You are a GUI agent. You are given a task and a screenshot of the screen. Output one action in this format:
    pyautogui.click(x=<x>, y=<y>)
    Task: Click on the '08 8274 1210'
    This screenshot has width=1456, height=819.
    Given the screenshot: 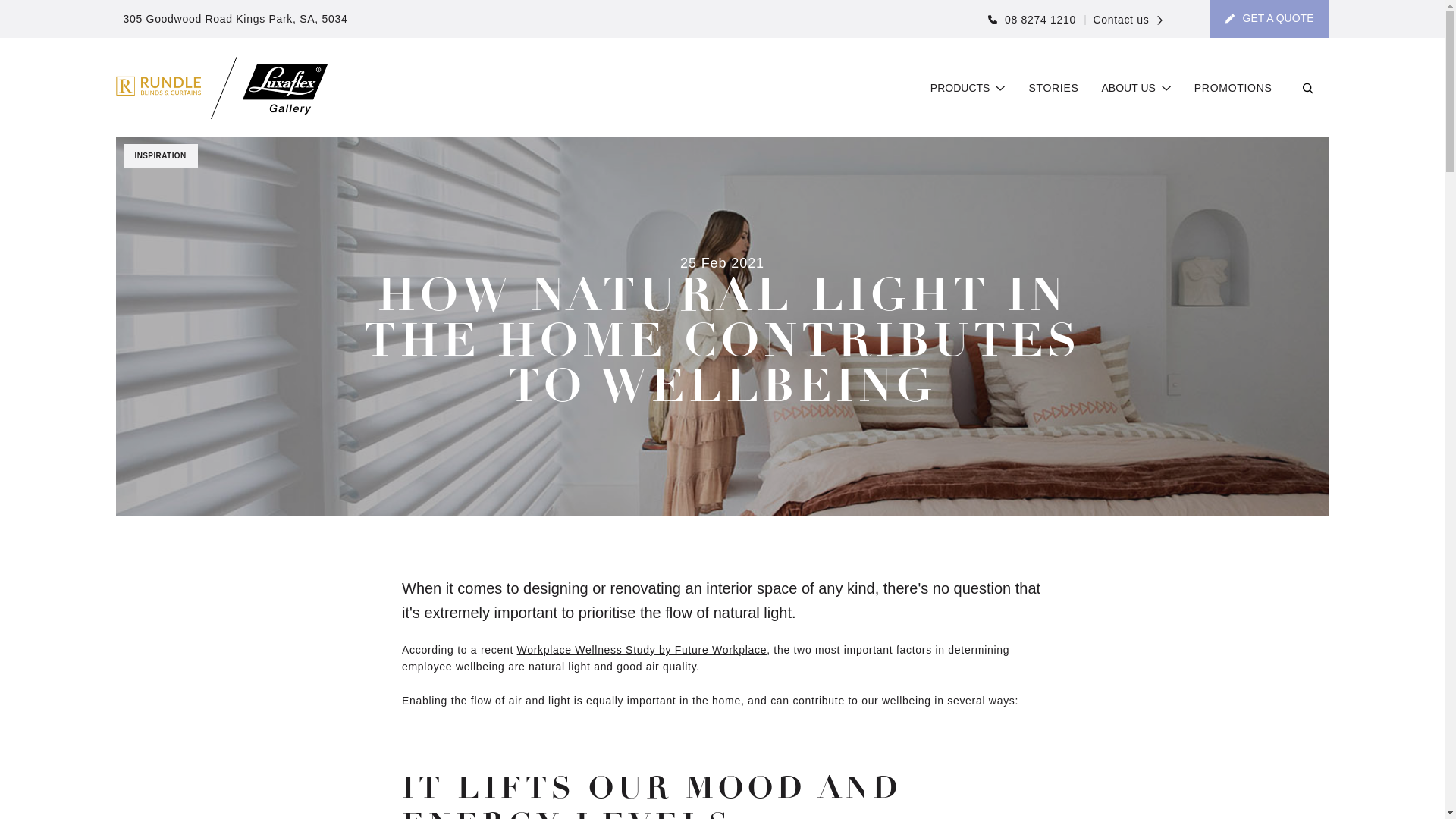 What is the action you would take?
    pyautogui.click(x=1031, y=20)
    